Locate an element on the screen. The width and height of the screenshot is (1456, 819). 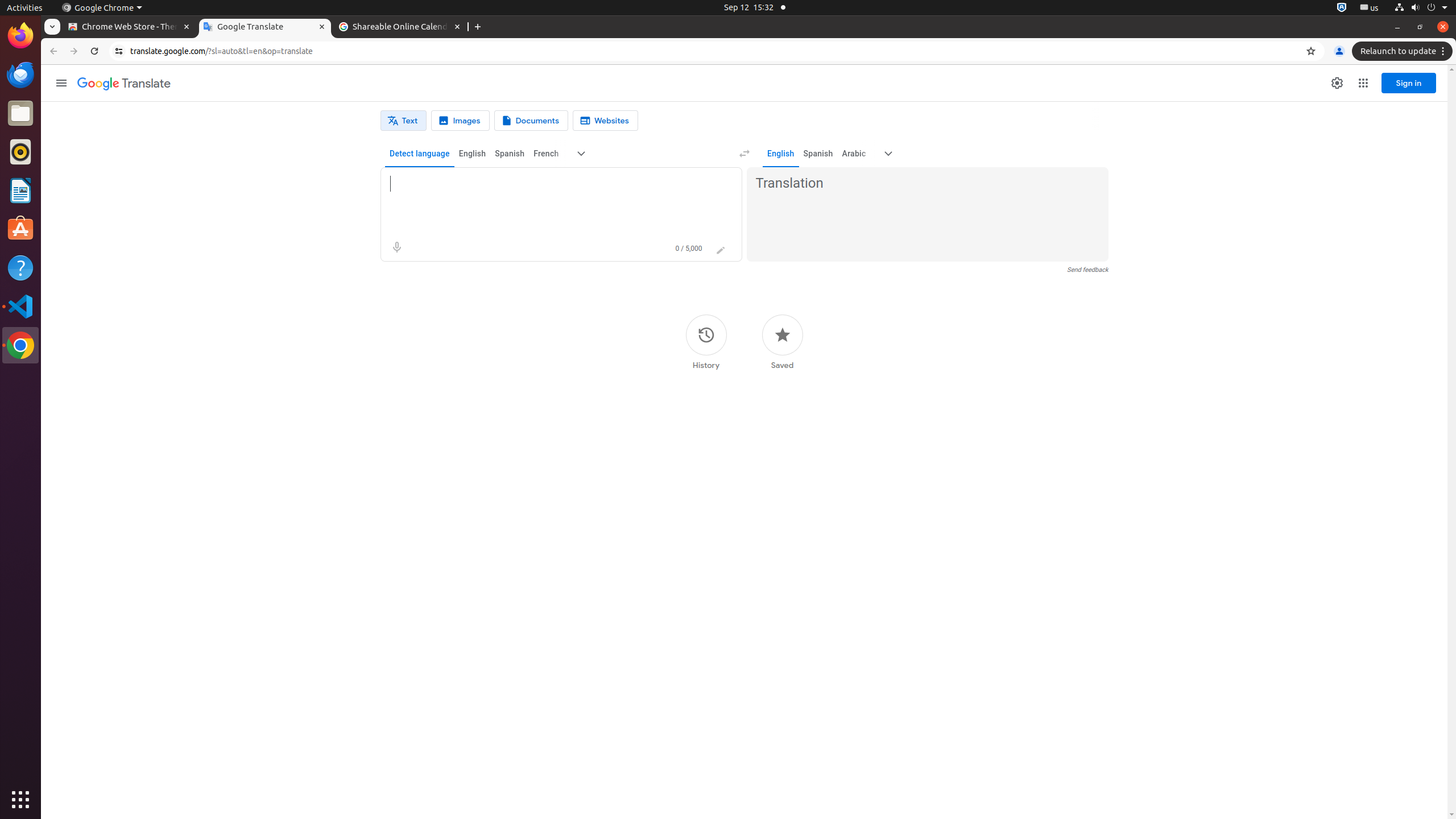
'Show Applications' is located at coordinates (20, 799).